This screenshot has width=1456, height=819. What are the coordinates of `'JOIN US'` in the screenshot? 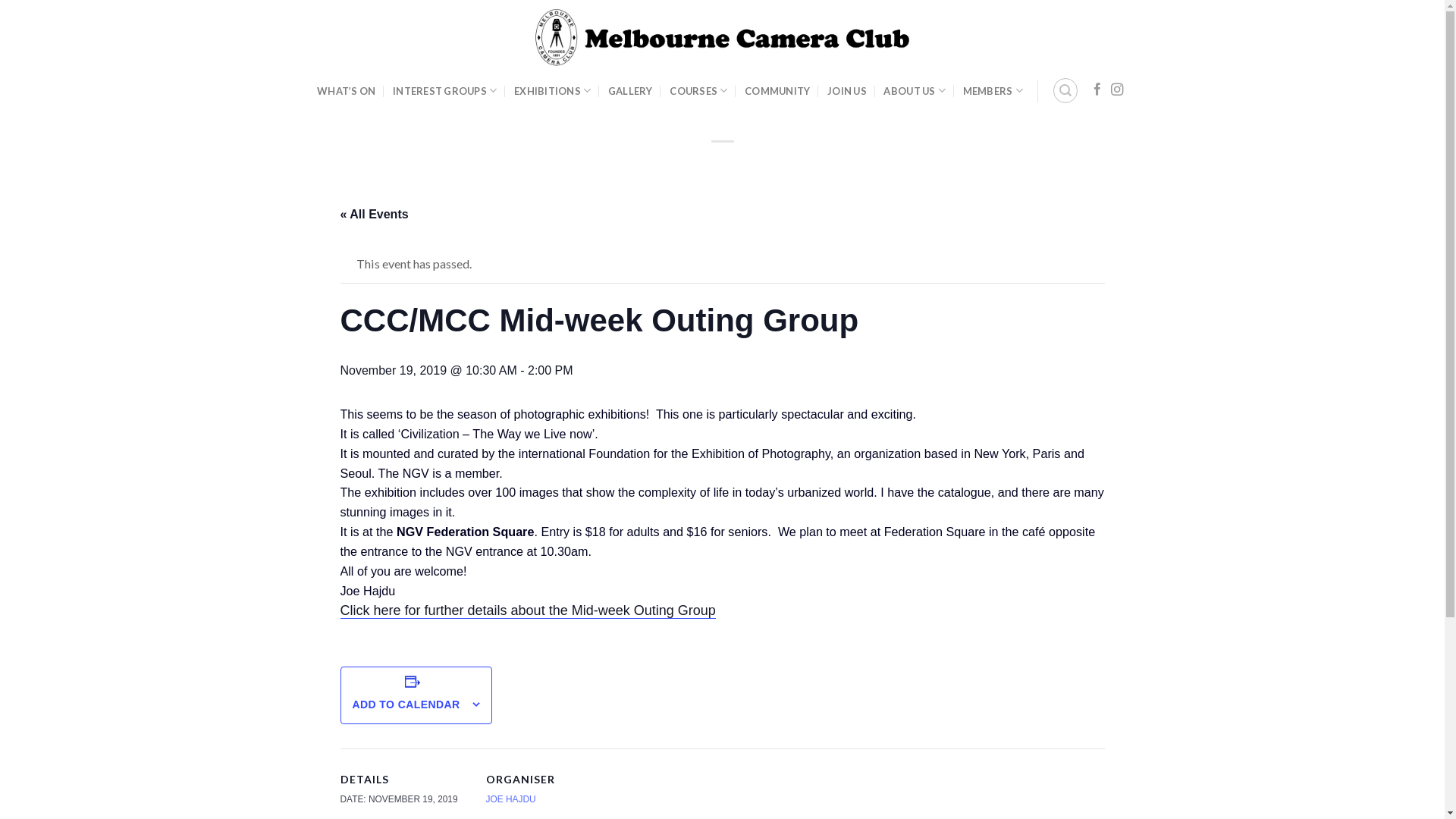 It's located at (846, 90).